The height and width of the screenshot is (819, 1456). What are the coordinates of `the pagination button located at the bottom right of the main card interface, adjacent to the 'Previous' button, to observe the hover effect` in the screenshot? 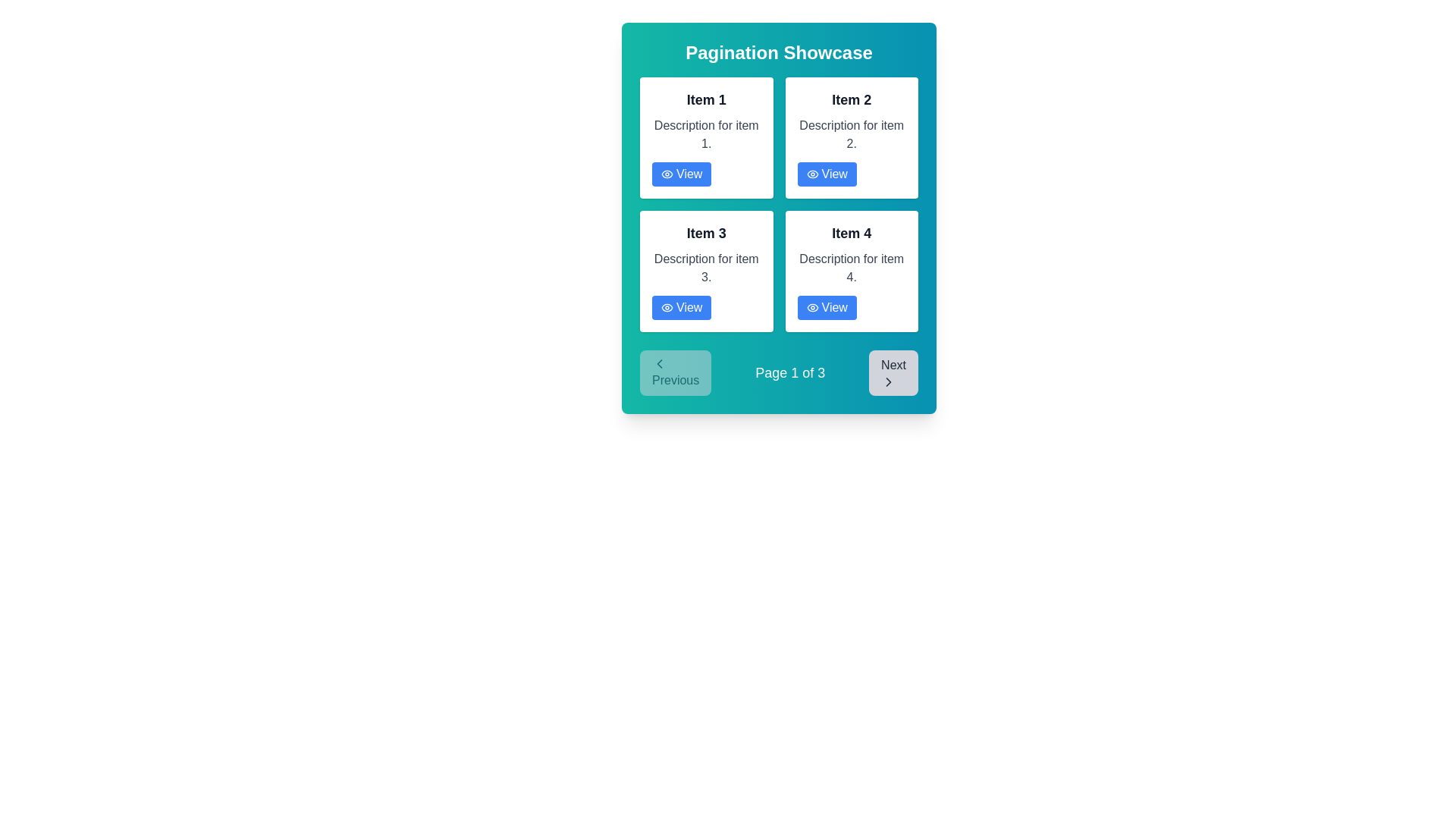 It's located at (893, 373).